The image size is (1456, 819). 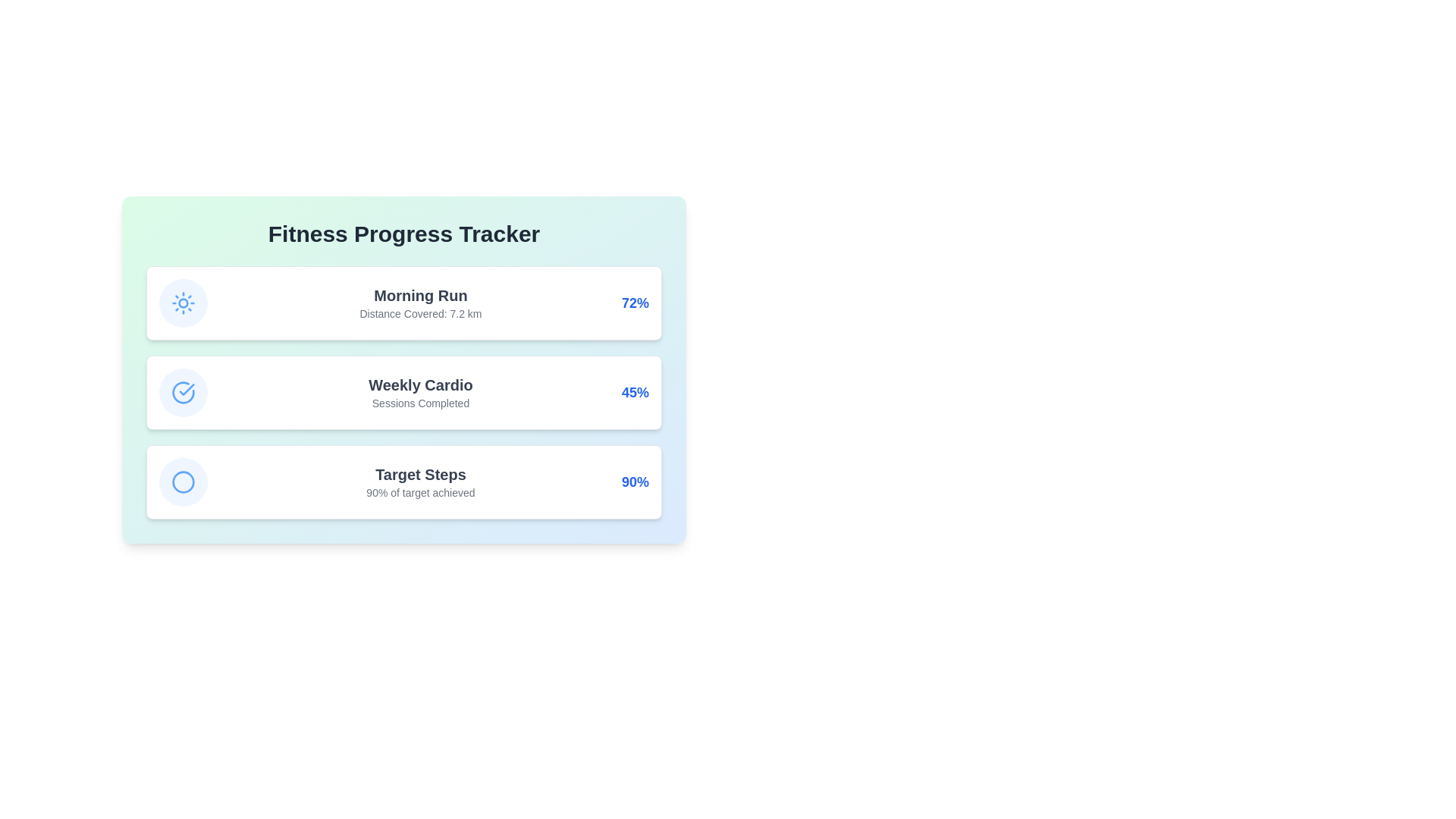 What do you see at coordinates (186, 388) in the screenshot?
I see `the small, angled checkmark shape within the second entry of the 'Fitness Progress Tracker' interface, located in the circular icon on the left of the 'Weekly Cardio' section` at bounding box center [186, 388].